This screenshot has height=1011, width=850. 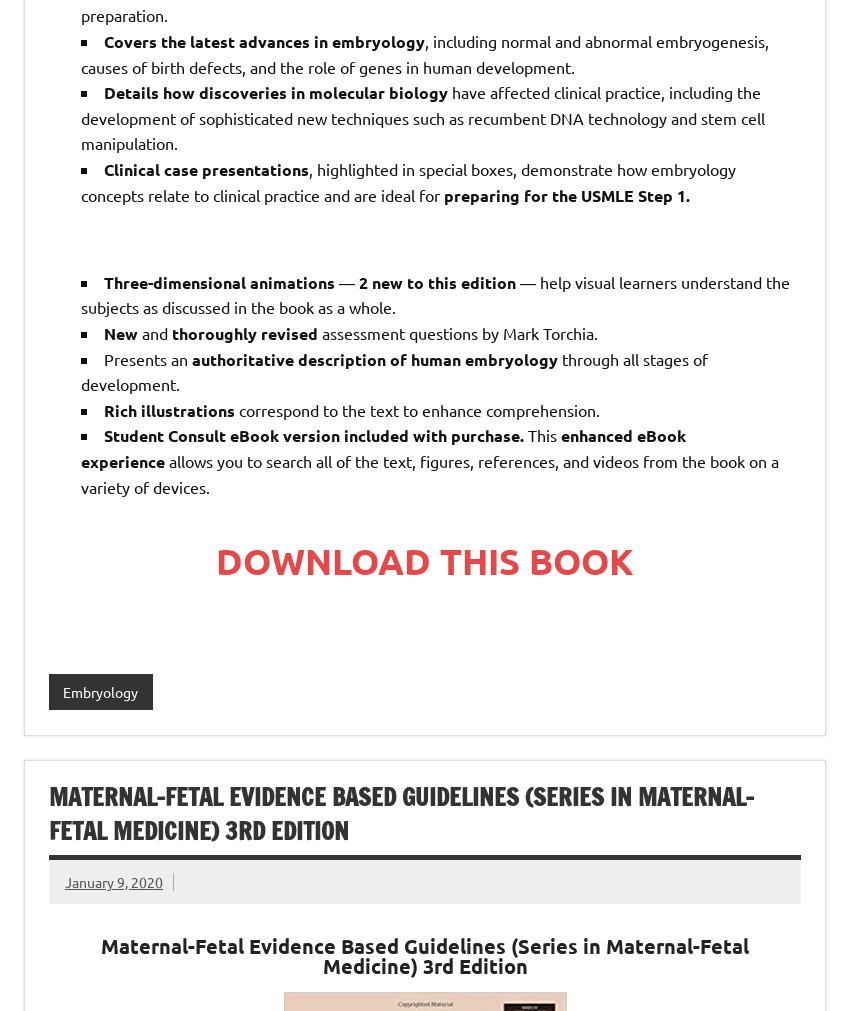 I want to click on 'Maternal-Fetal Evidence Based Guidelines (Series in Maternal-Fetal Medicine)', so click(x=425, y=956).